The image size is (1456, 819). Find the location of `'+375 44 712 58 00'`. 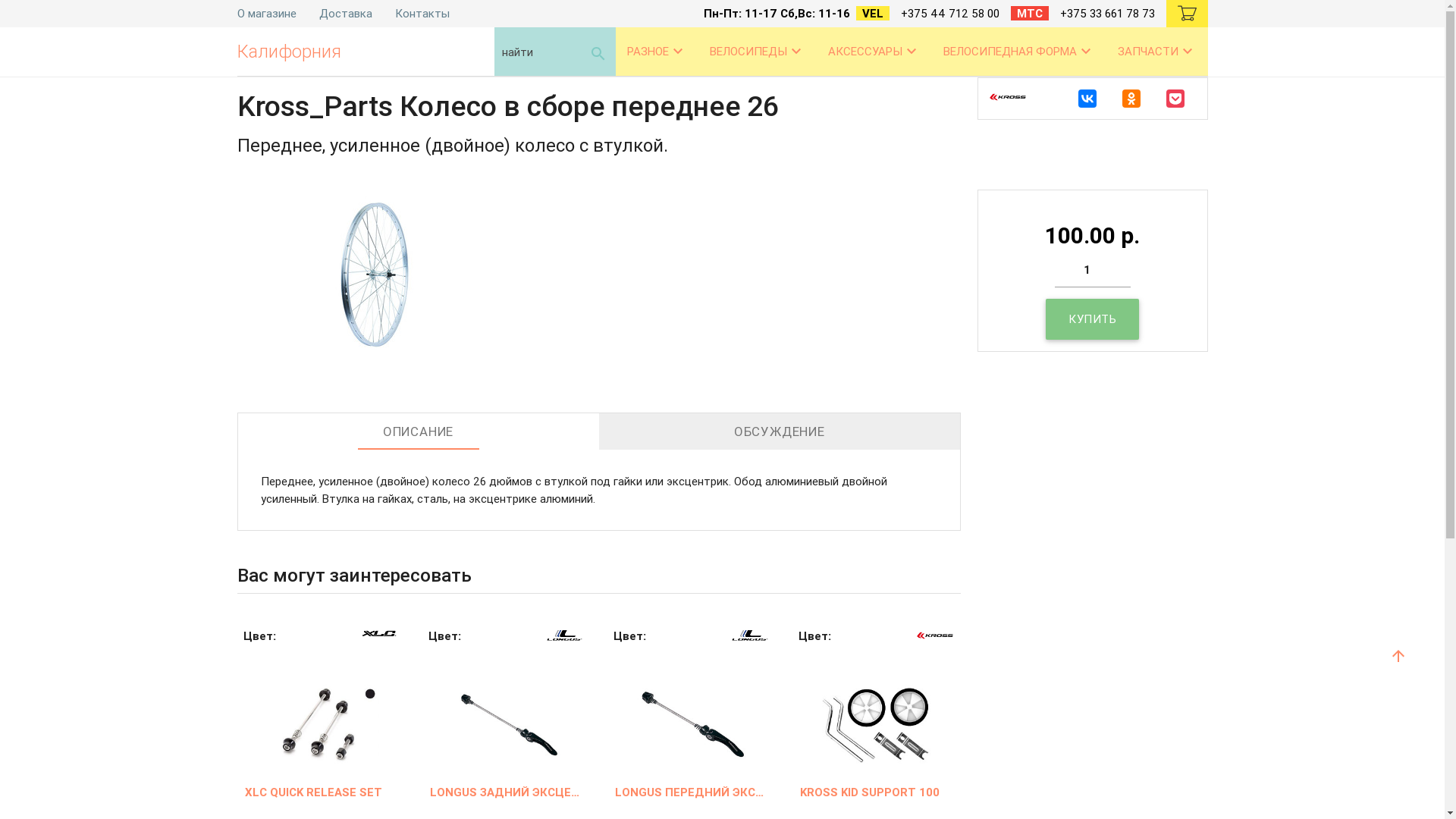

'+375 44 712 58 00' is located at coordinates (949, 14).